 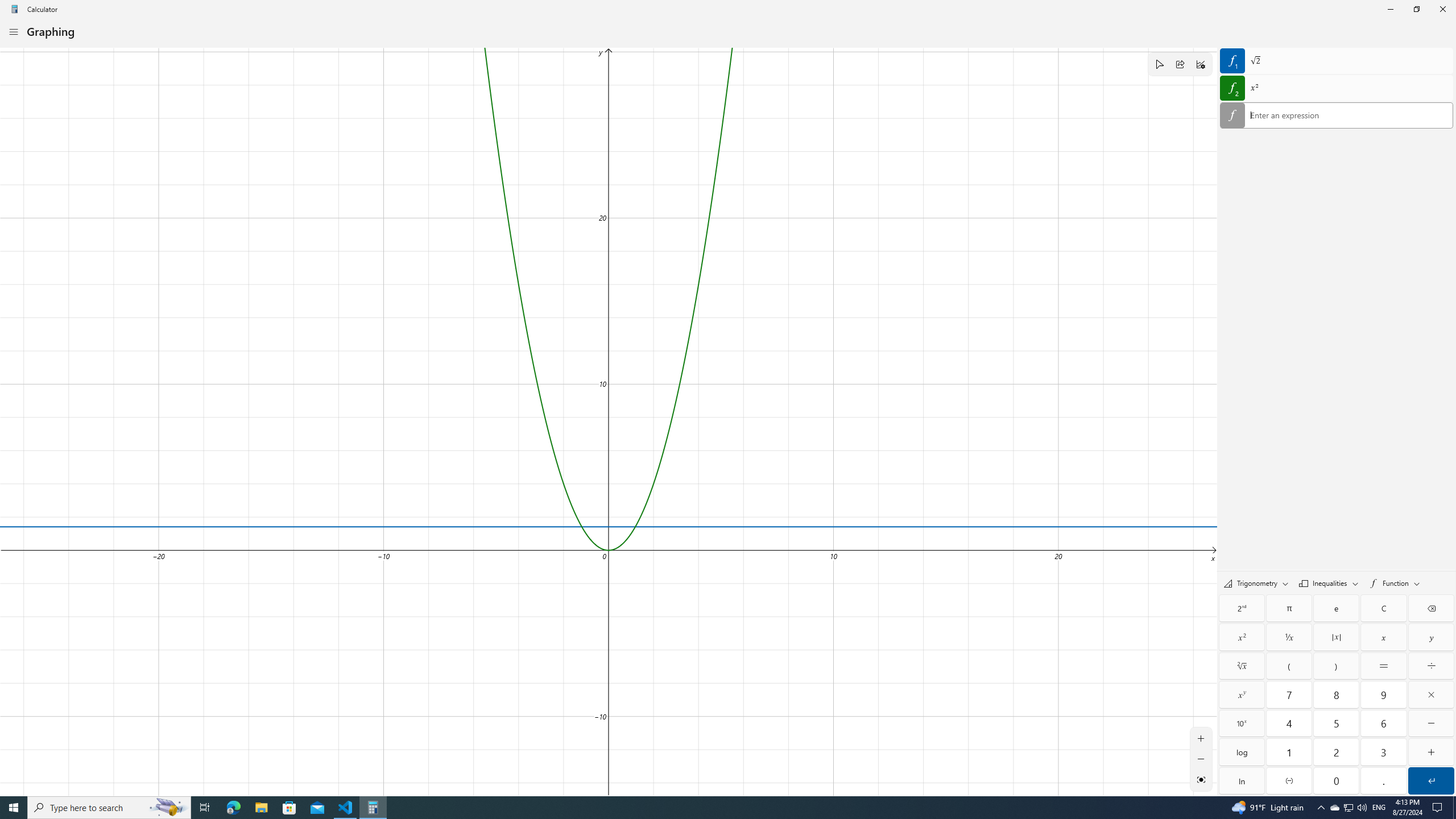 I want to click on 'Reciprocal', so click(x=1289, y=636).